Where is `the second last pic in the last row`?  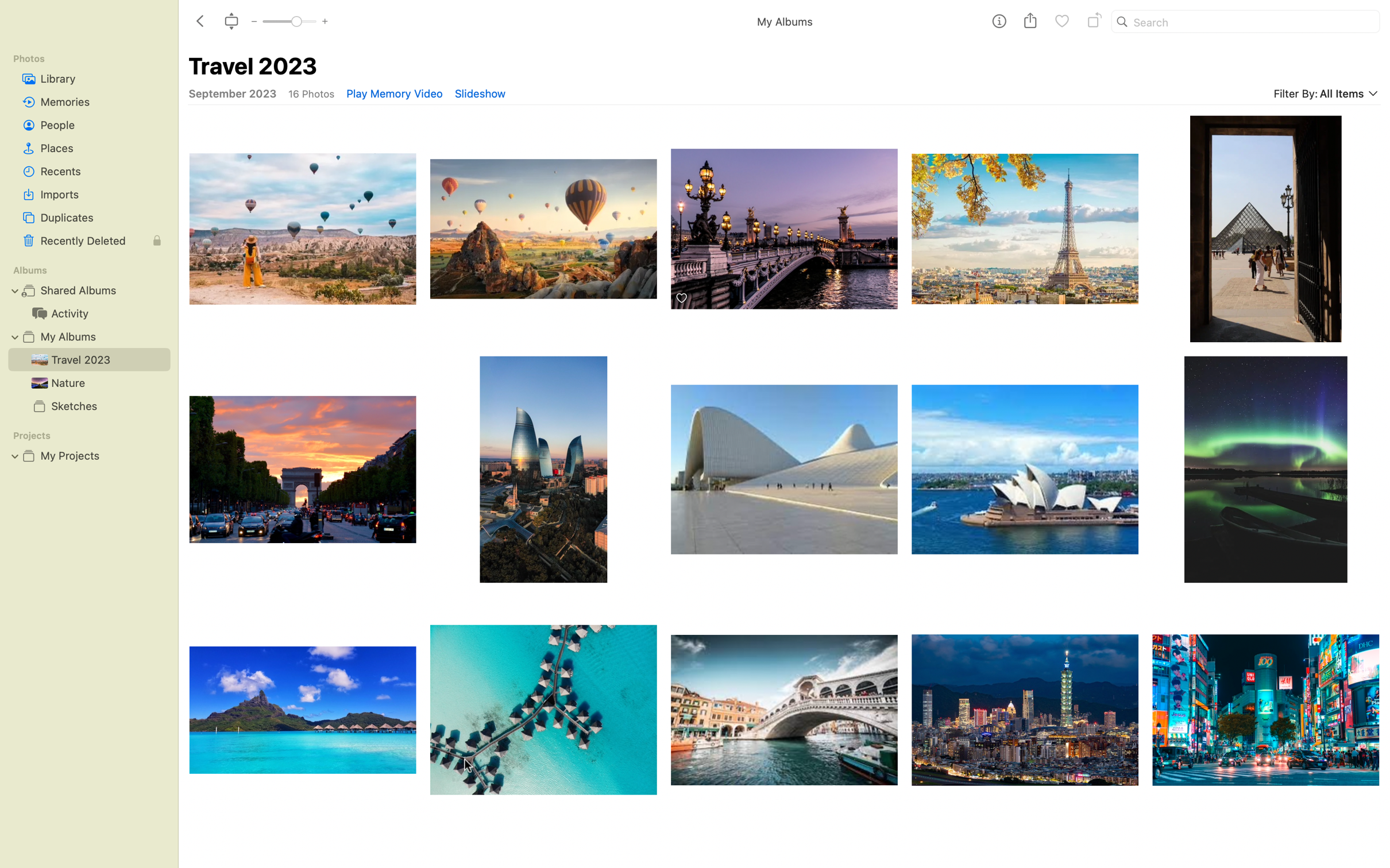
the second last pic in the last row is located at coordinates (1025, 723).